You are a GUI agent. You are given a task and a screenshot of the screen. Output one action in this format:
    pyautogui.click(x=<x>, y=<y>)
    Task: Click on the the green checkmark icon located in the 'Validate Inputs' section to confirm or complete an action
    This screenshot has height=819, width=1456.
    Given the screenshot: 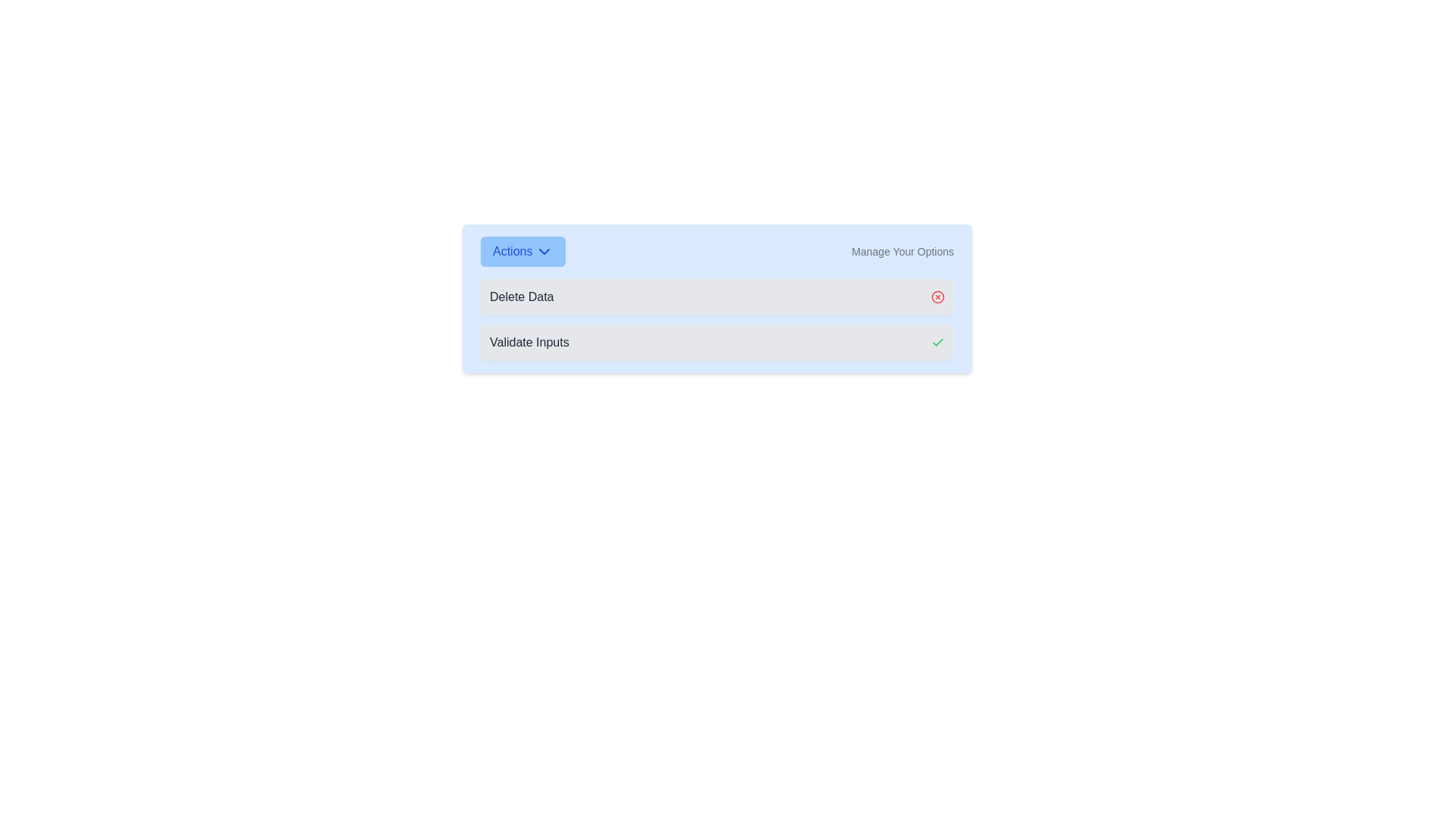 What is the action you would take?
    pyautogui.click(x=937, y=342)
    